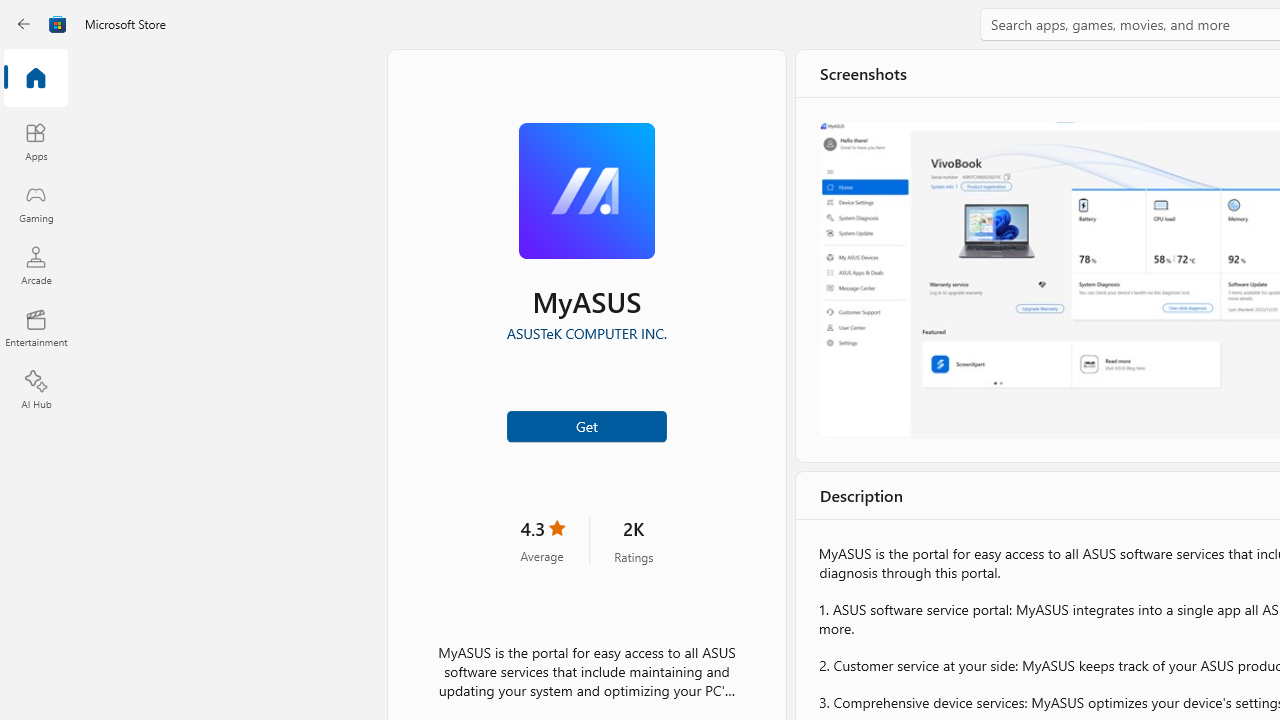 The image size is (1280, 720). What do you see at coordinates (585, 424) in the screenshot?
I see `'Get'` at bounding box center [585, 424].